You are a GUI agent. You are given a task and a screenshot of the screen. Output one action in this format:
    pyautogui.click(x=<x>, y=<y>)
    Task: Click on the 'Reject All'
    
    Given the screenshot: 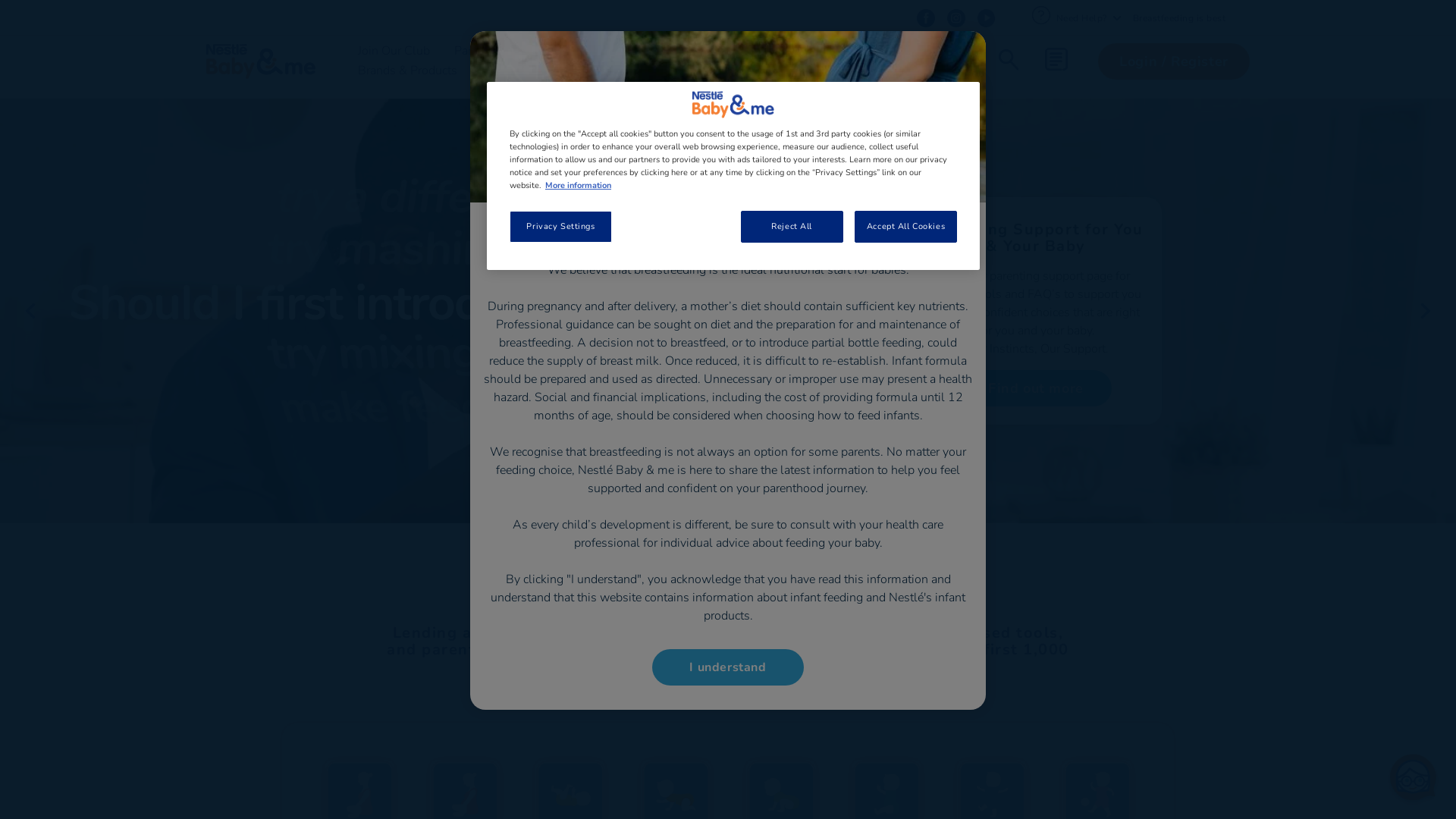 What is the action you would take?
    pyautogui.click(x=791, y=227)
    